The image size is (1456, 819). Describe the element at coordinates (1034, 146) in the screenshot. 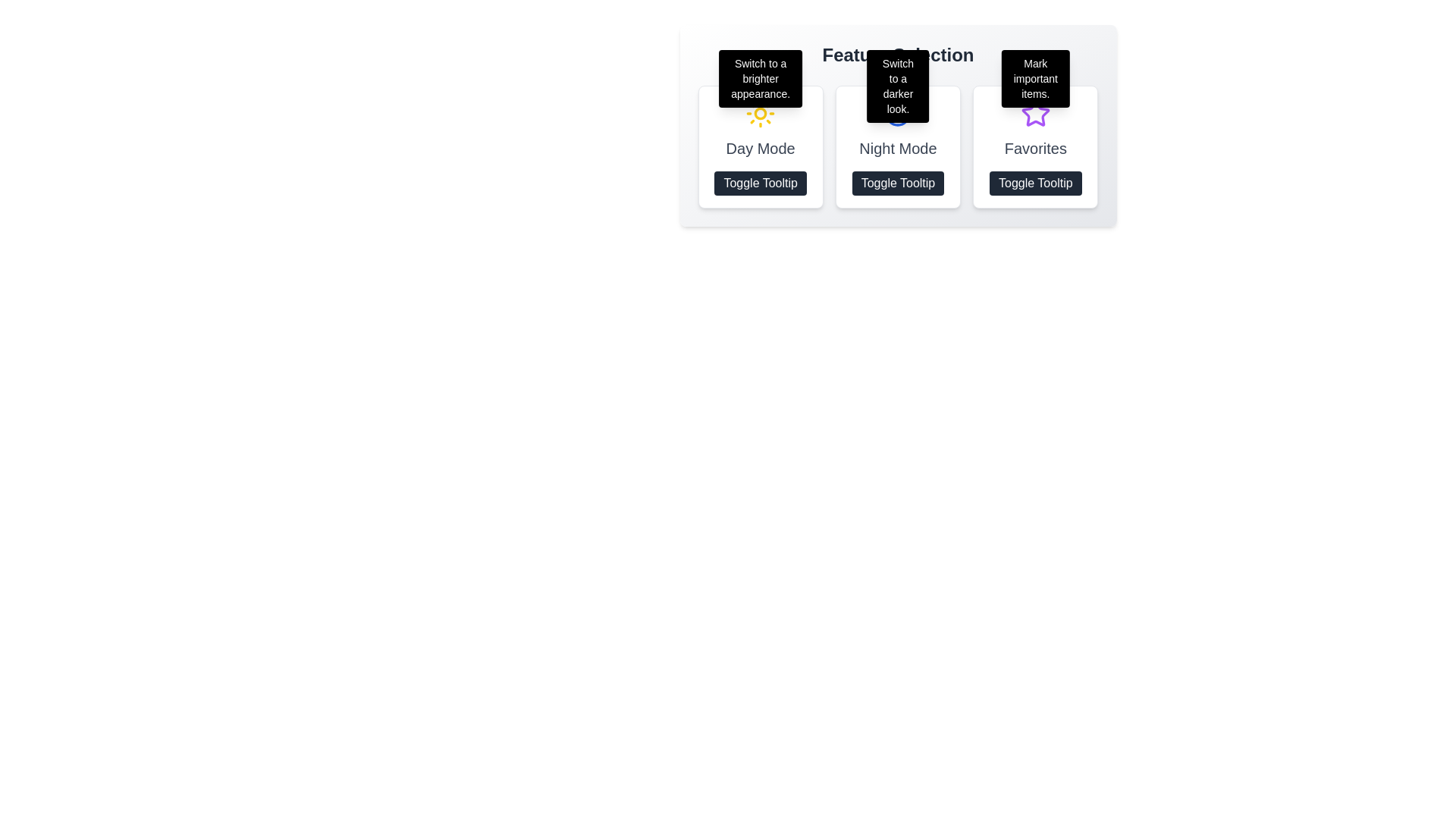

I see `the 'Toggle Tooltip' button located in the panel for marking important items, positioned to the far right of the interface` at that location.